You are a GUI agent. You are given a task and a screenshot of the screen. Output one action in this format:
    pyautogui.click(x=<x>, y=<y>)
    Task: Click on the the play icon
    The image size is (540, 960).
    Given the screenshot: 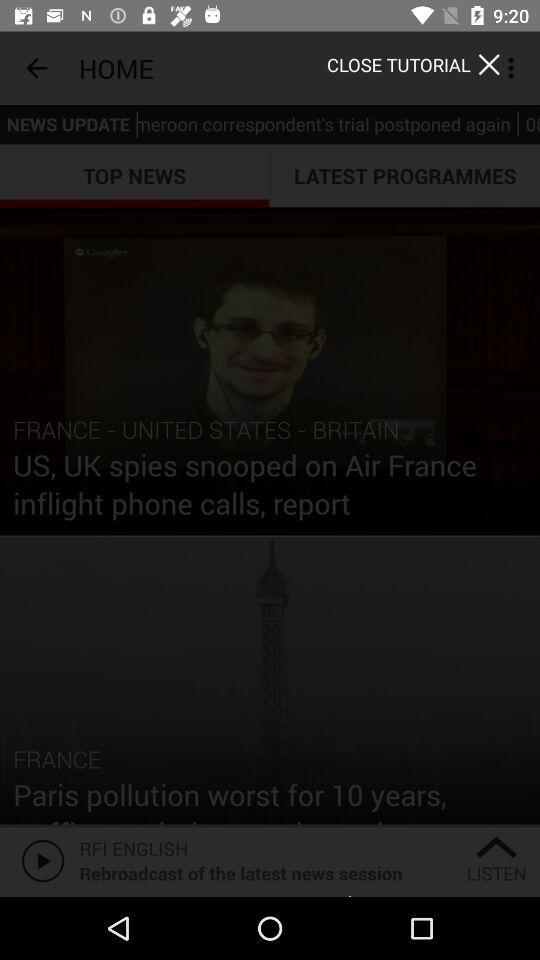 What is the action you would take?
    pyautogui.click(x=39, y=859)
    